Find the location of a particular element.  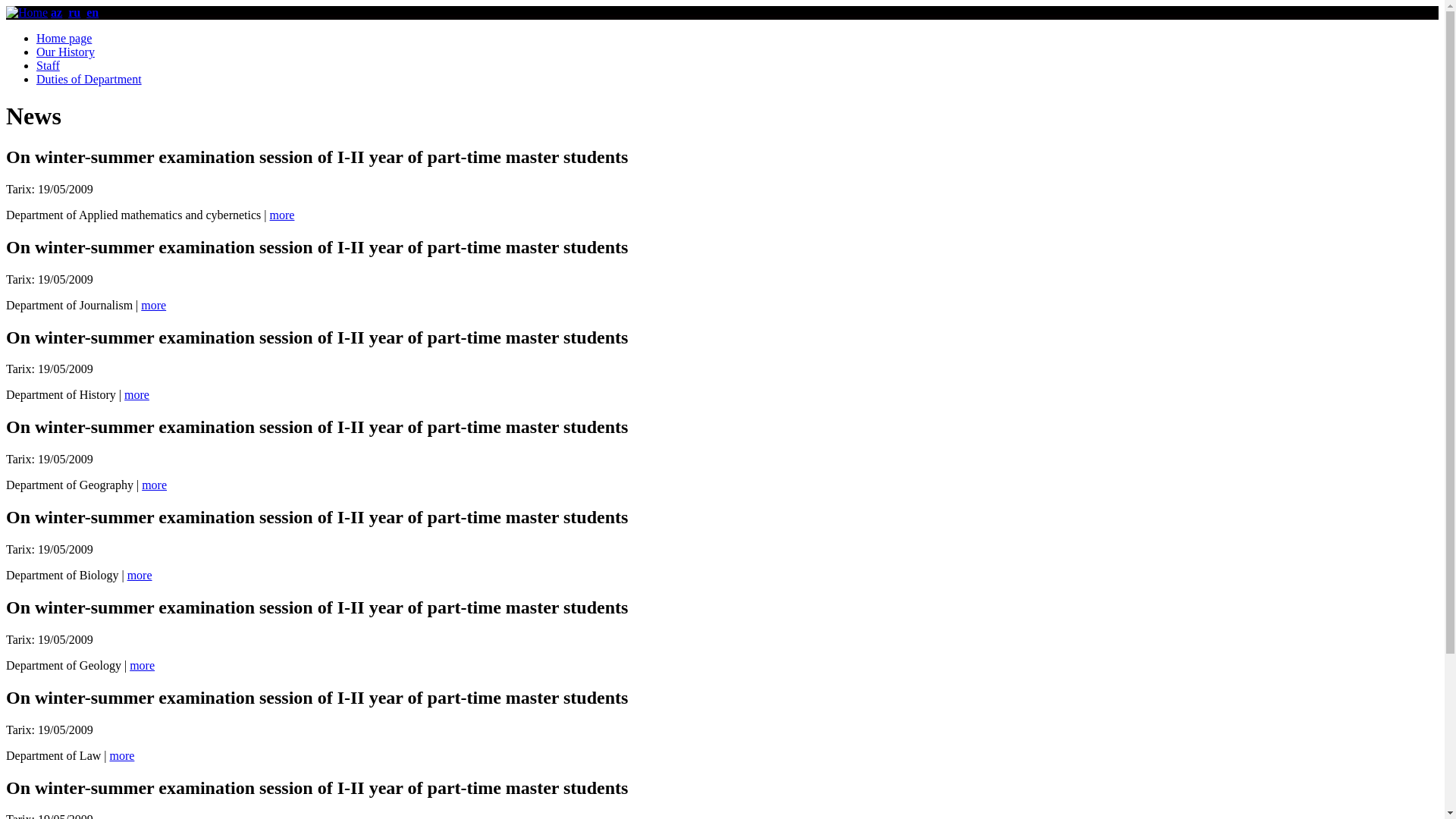

'more' is located at coordinates (153, 305).